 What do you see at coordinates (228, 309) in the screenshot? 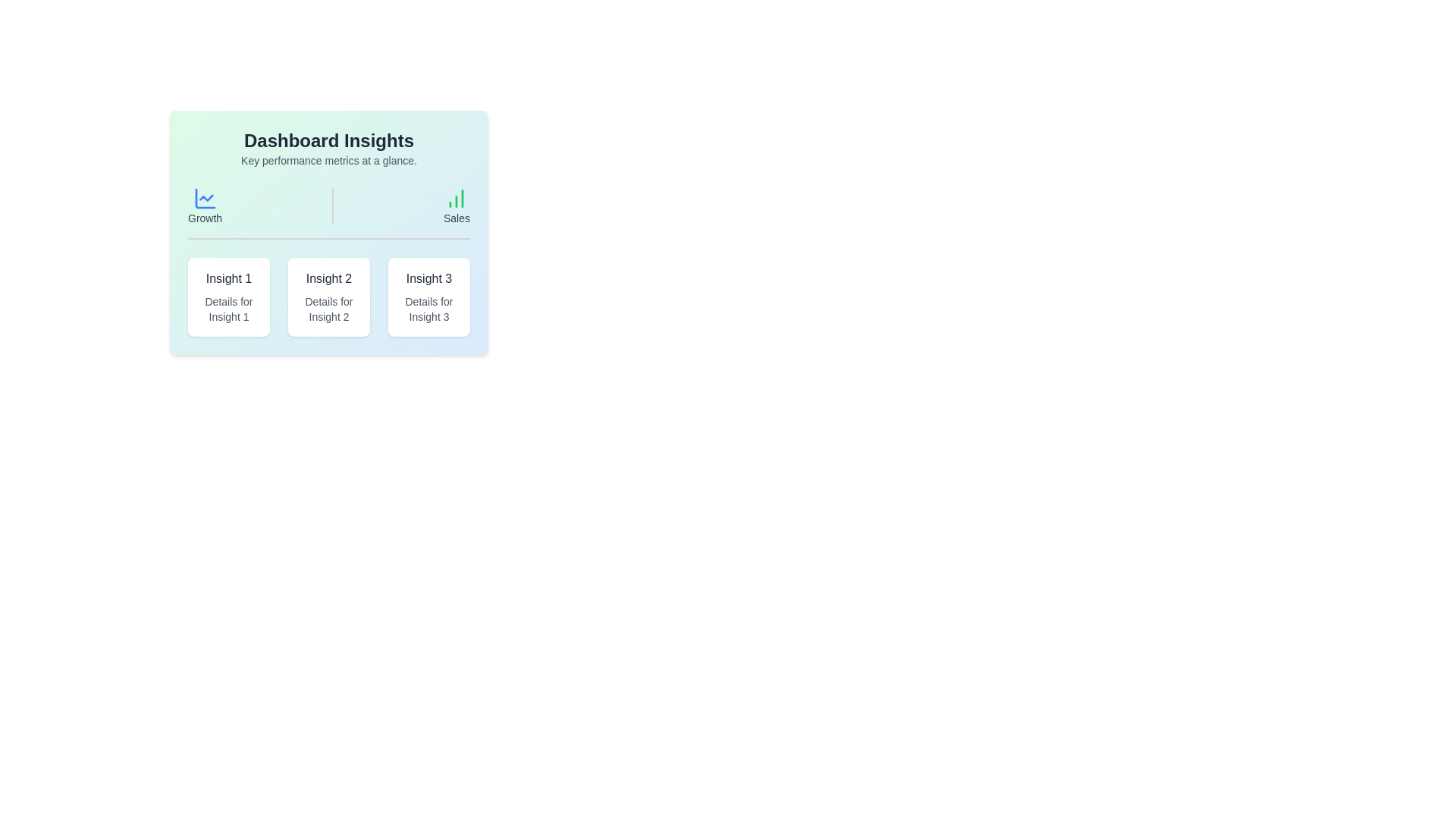
I see `the text label with the content 'Details for Insight 1'` at bounding box center [228, 309].